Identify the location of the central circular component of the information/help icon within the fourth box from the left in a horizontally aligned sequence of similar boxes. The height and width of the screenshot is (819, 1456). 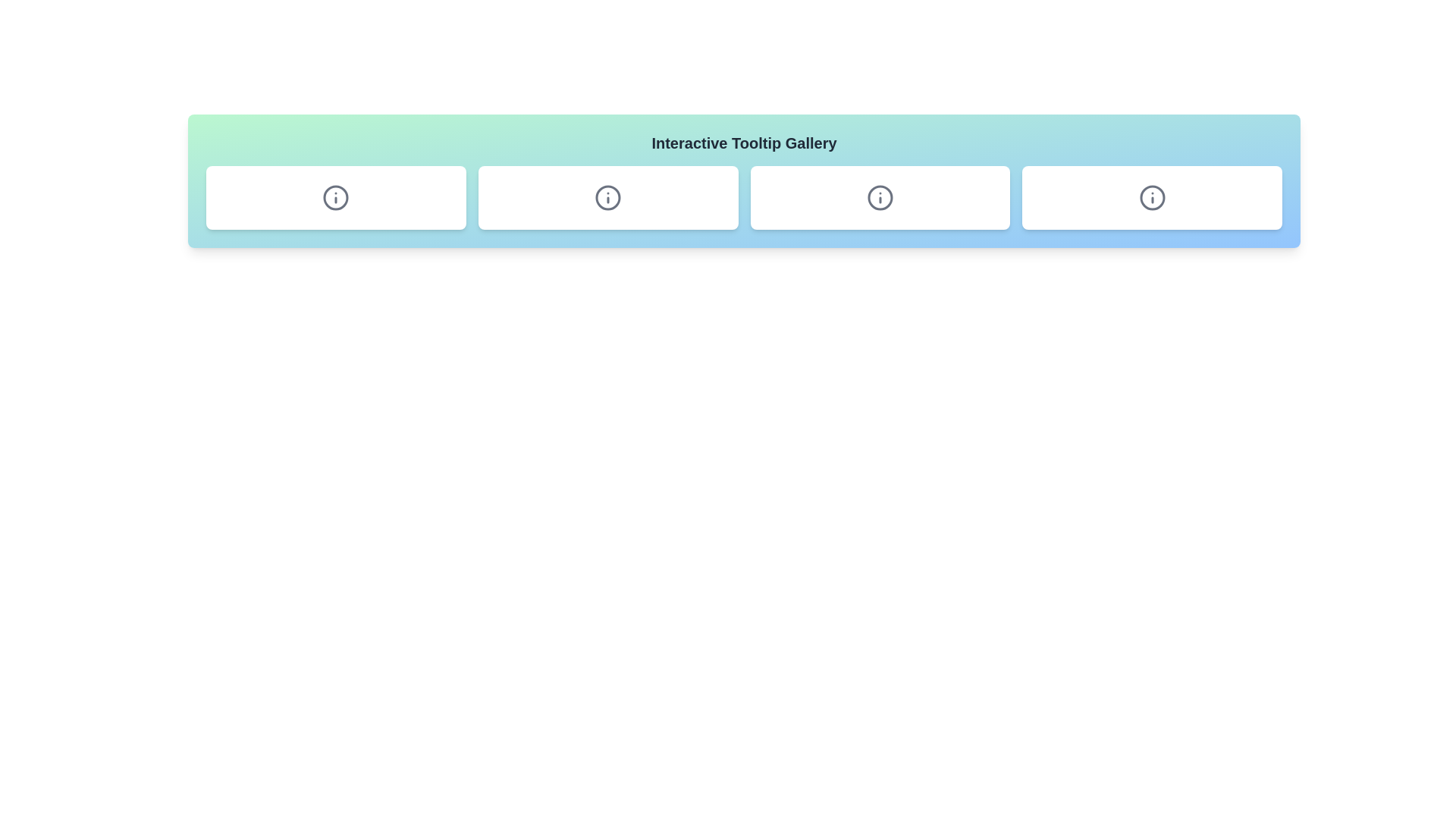
(1152, 197).